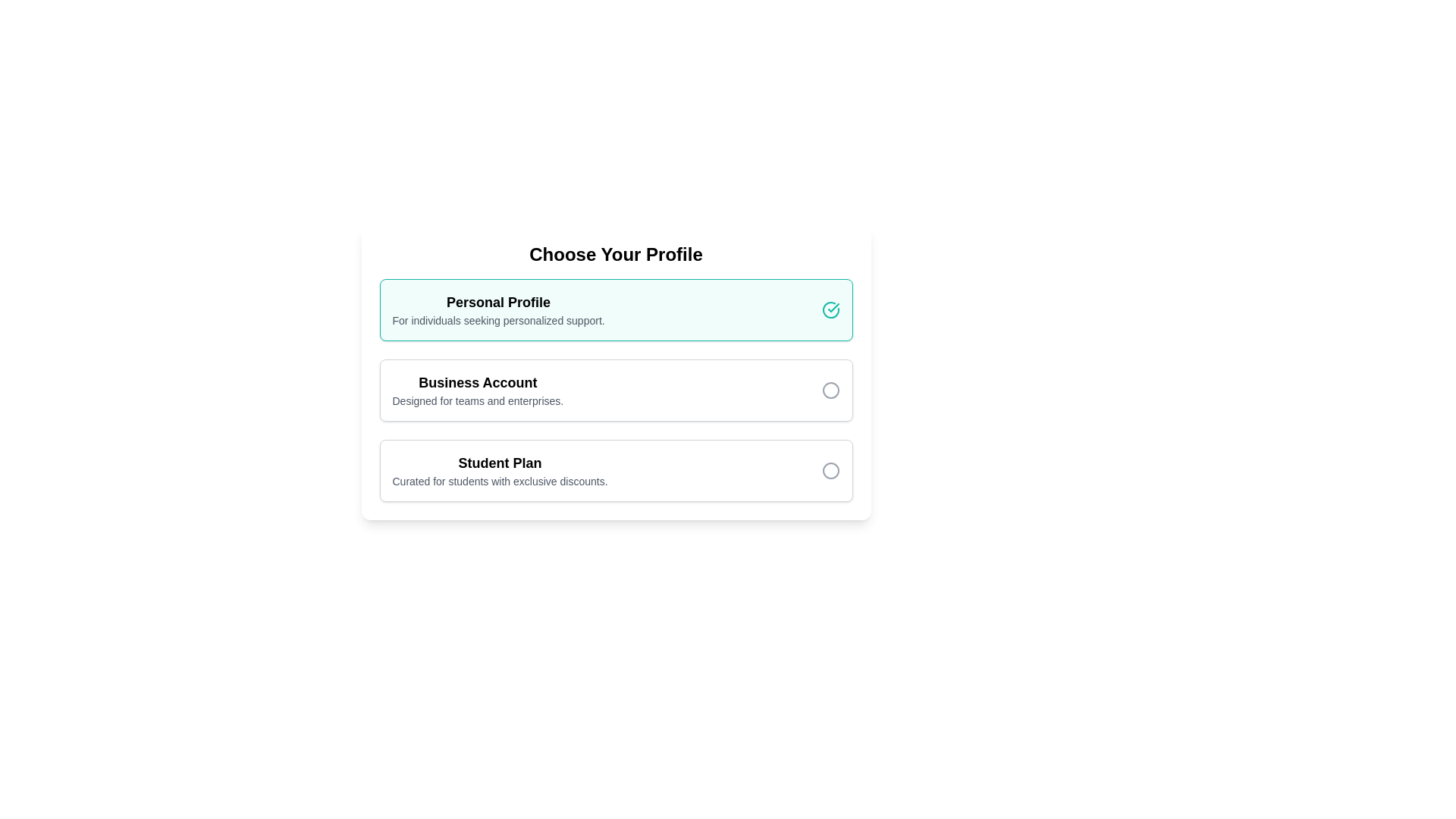 The width and height of the screenshot is (1456, 819). I want to click on the Business Account selectable card, which is the middle choice in the 'Choose Your Profile' section, so click(616, 390).